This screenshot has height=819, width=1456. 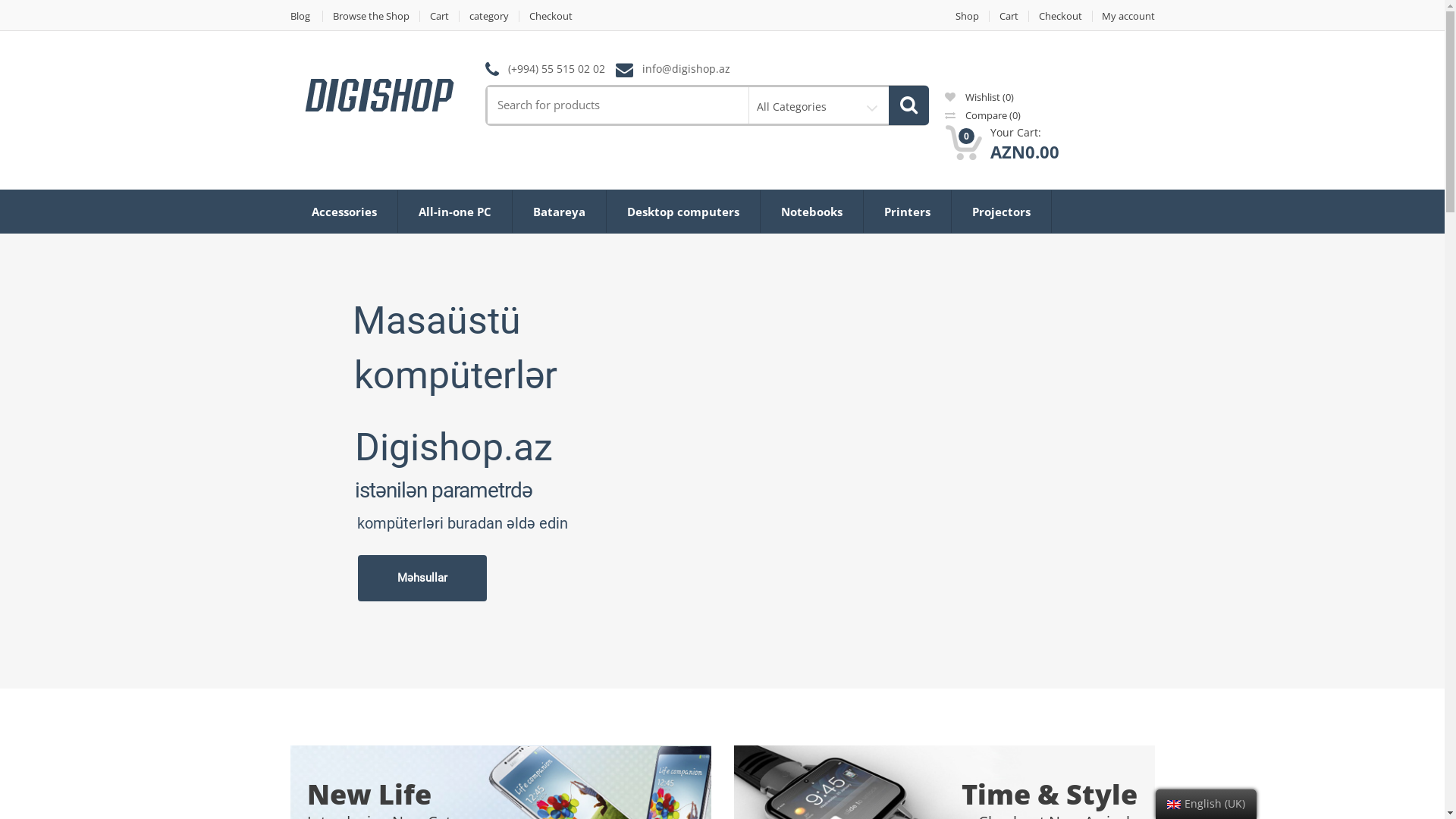 I want to click on 'category', so click(x=489, y=16).